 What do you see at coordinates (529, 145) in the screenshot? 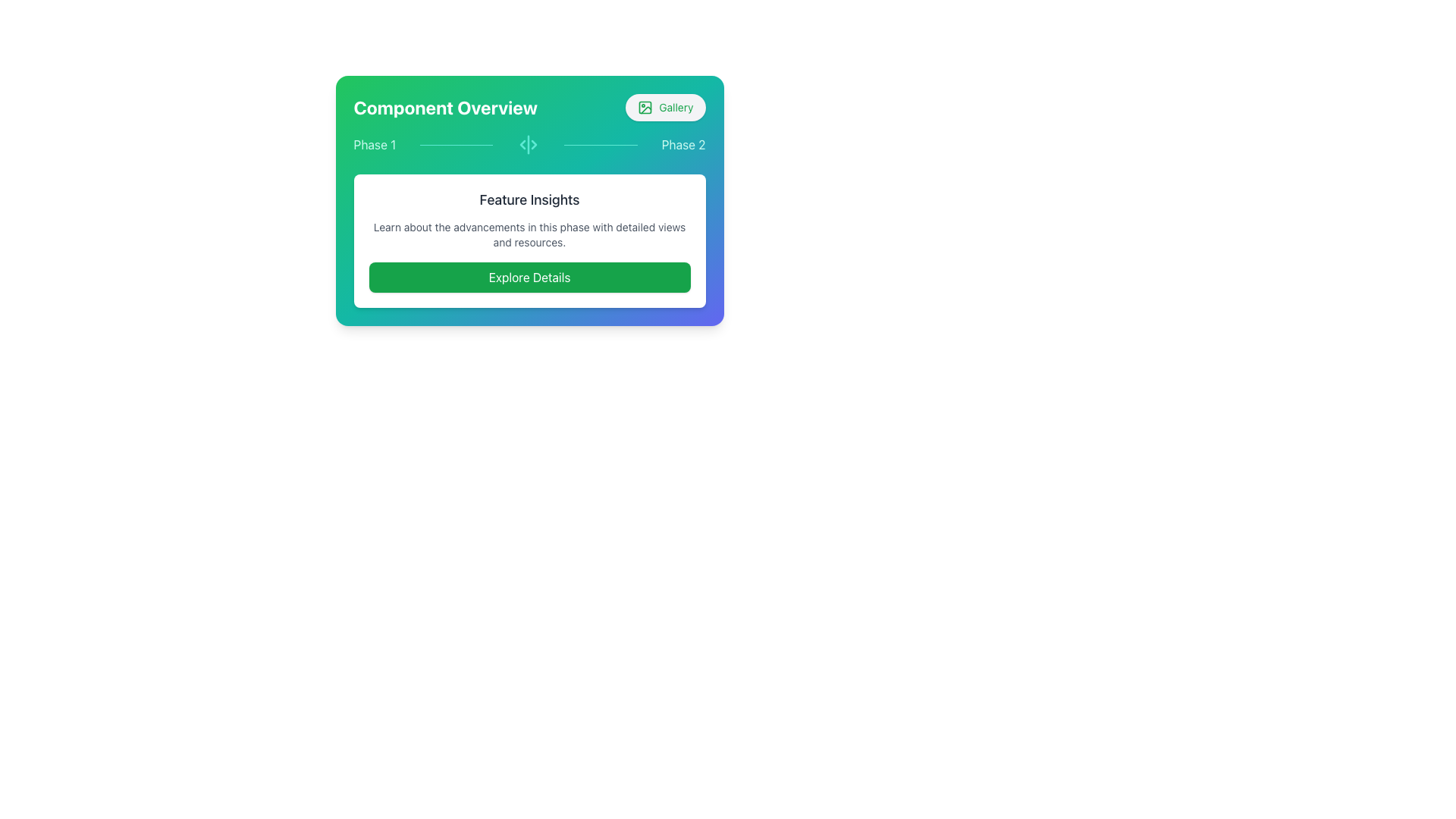
I see `the teal-colored vertical separator with triangular markers located between the labels 'Phase 1' and 'Phase 2'` at bounding box center [529, 145].